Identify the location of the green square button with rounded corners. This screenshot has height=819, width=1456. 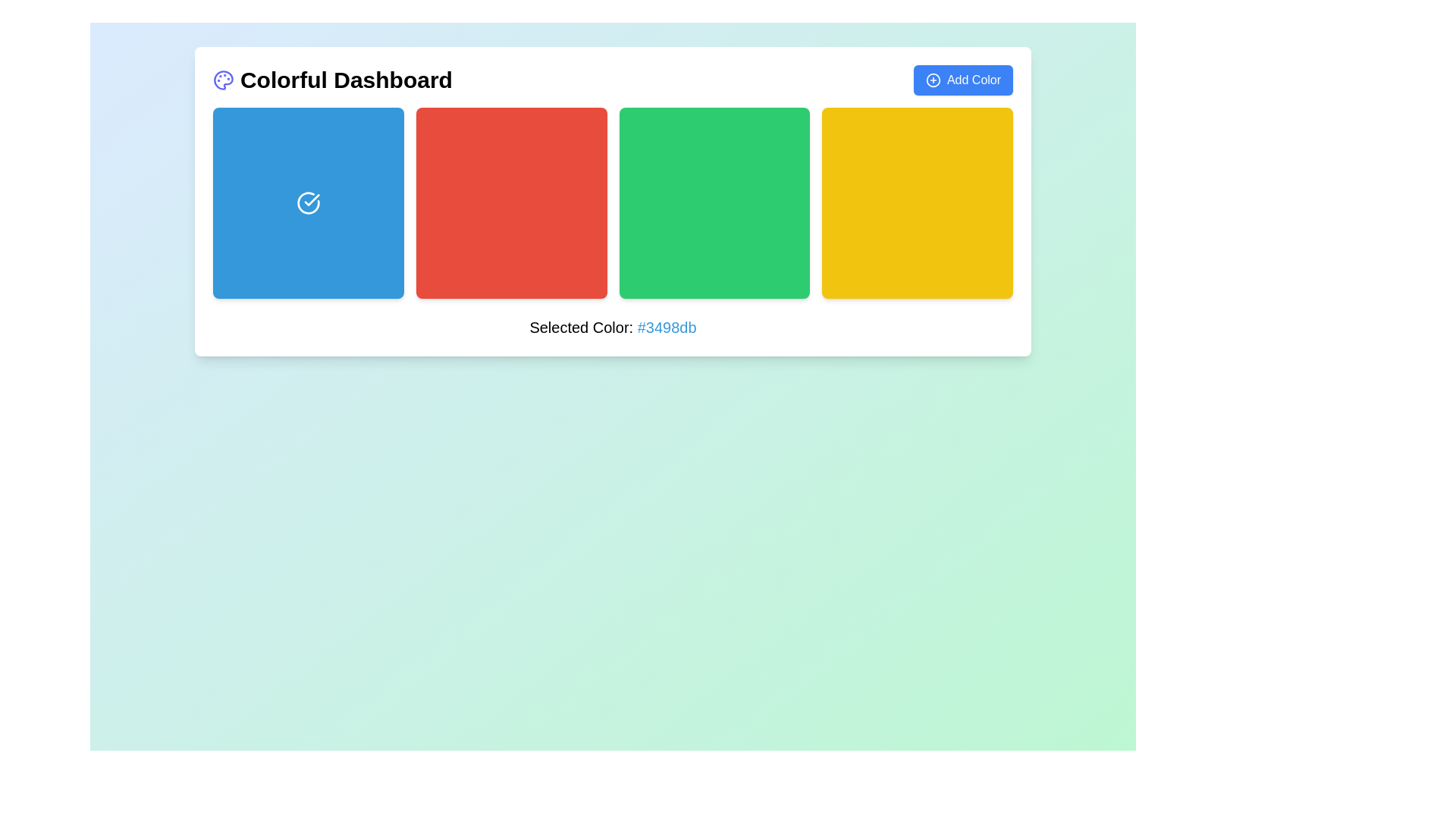
(714, 202).